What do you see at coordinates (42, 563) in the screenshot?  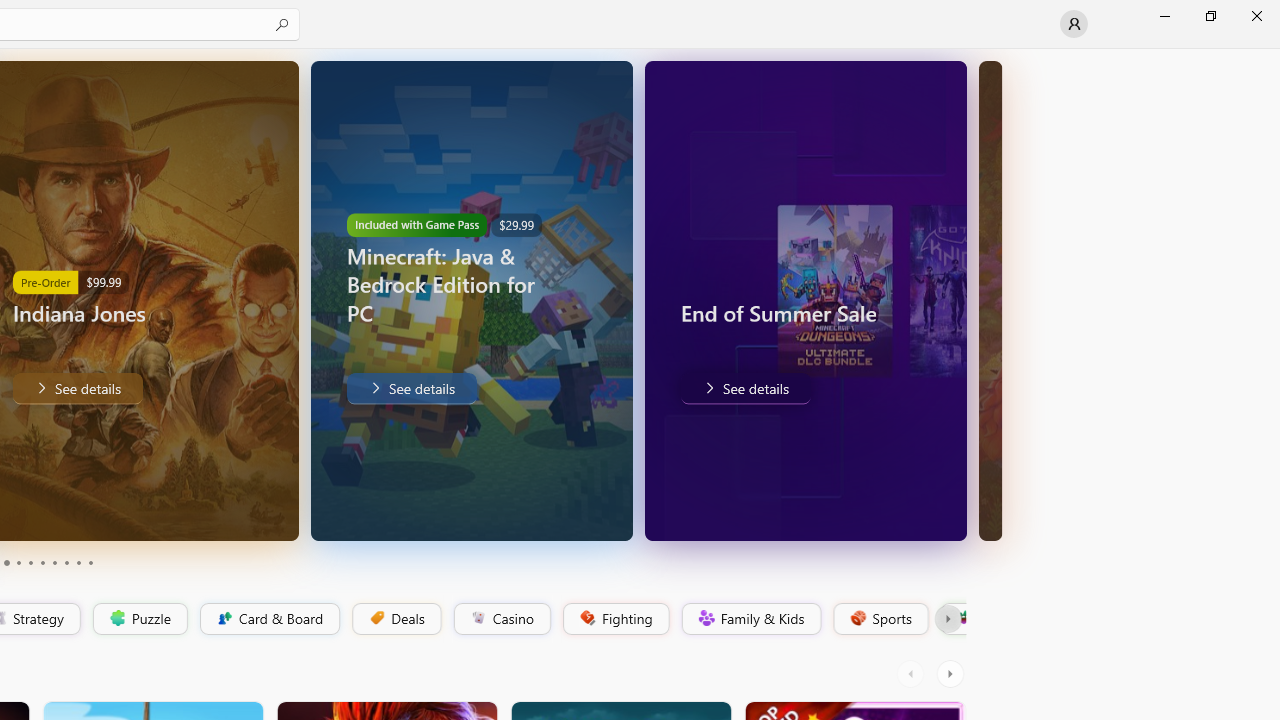 I see `'Page 6'` at bounding box center [42, 563].